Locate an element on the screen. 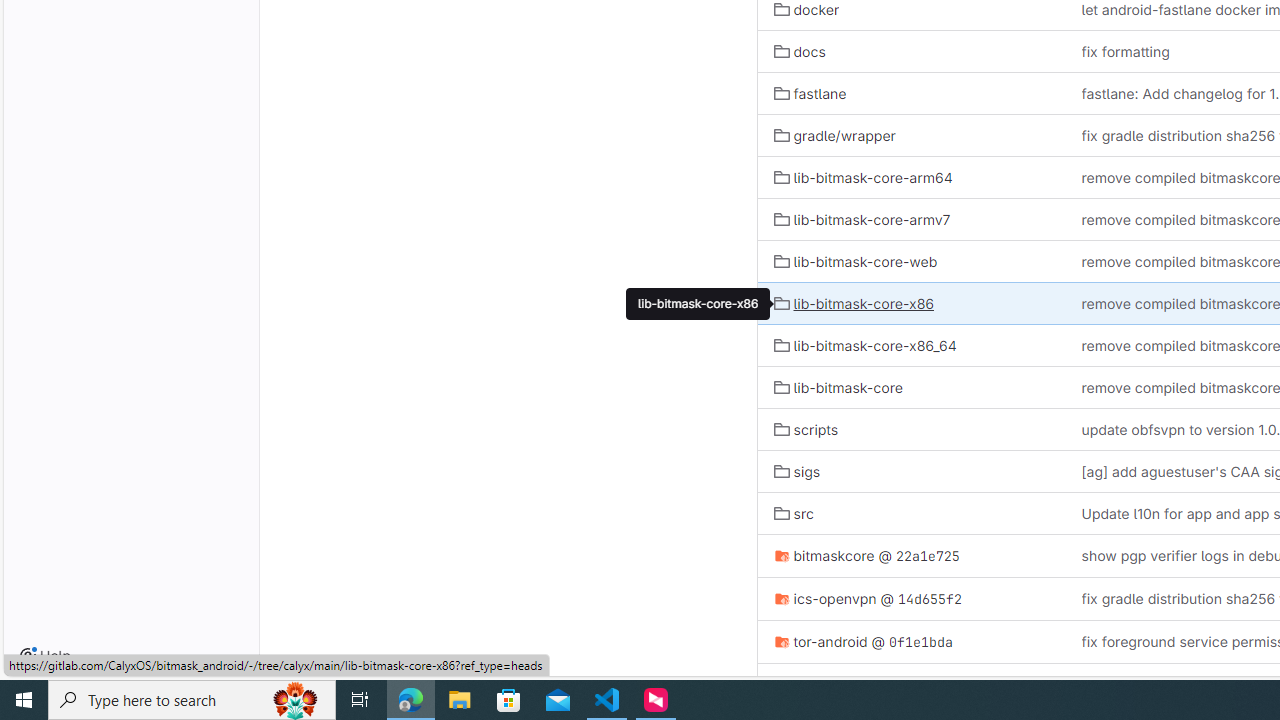  'tor-android @ 0f1e1bda' is located at coordinates (910, 641).